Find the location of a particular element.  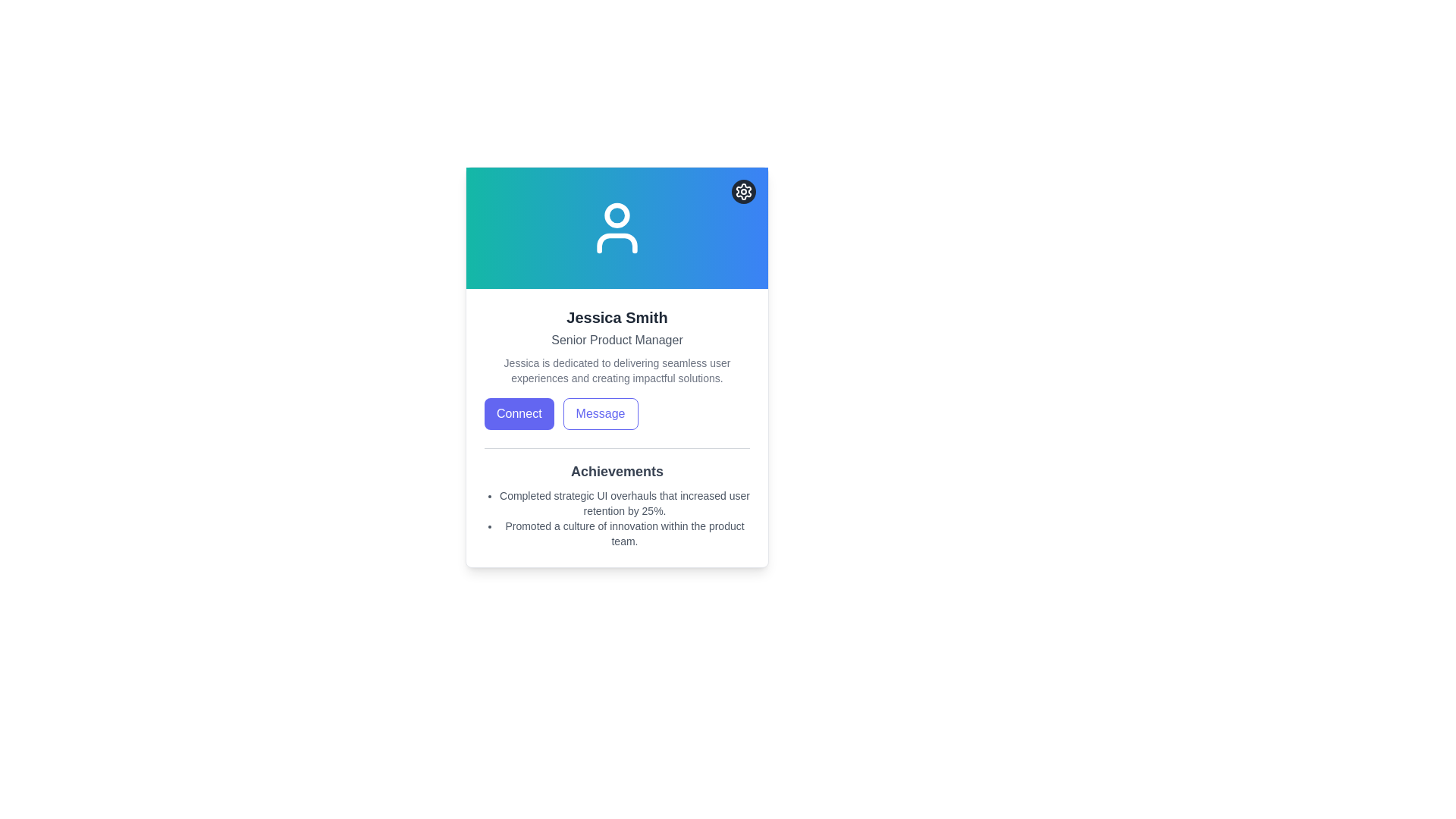

heading text label located above the bulleted list of accomplishments in the achievements section, which is horizontally centered in the card layout is located at coordinates (617, 470).